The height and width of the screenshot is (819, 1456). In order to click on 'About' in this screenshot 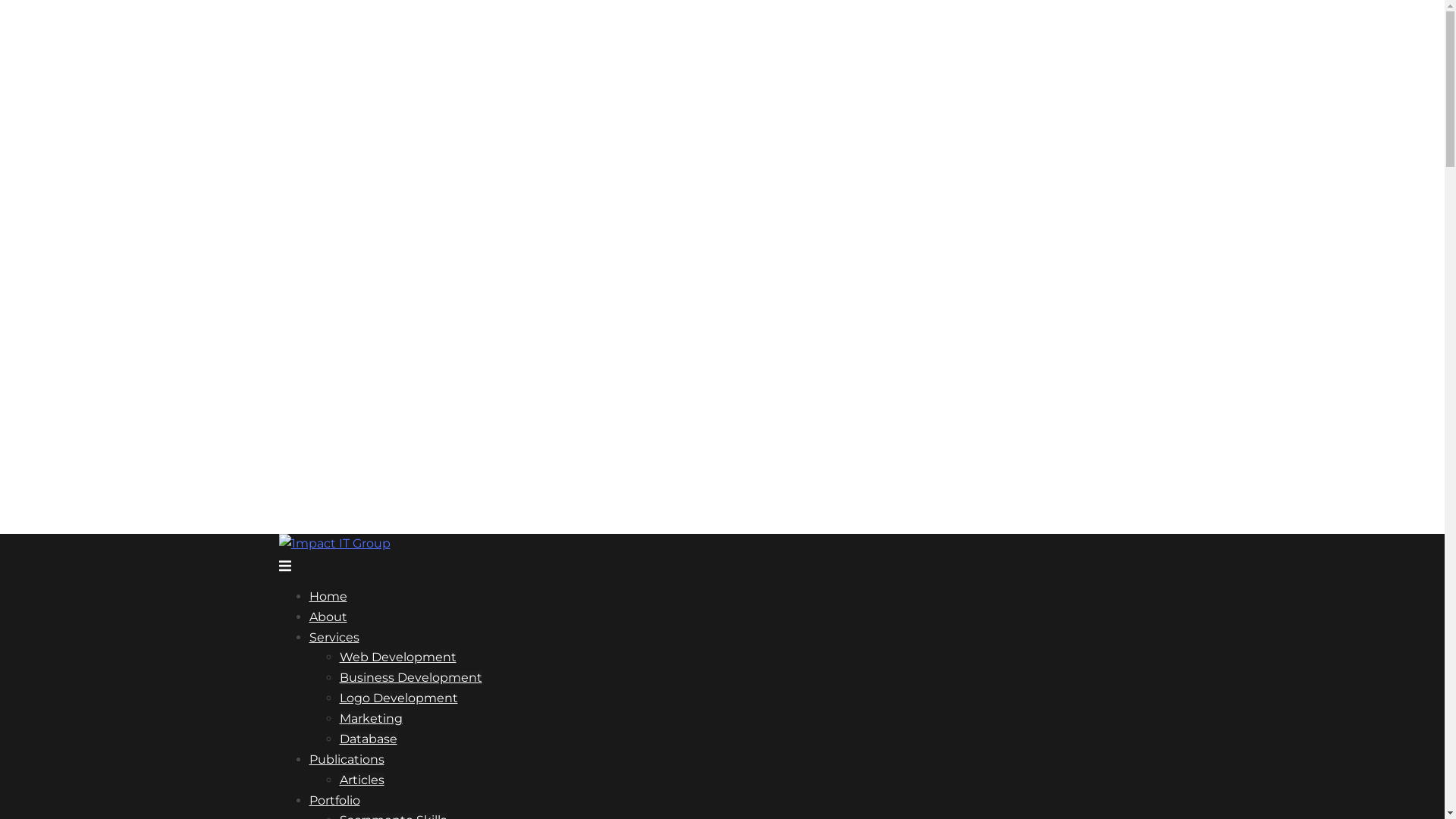, I will do `click(327, 617)`.